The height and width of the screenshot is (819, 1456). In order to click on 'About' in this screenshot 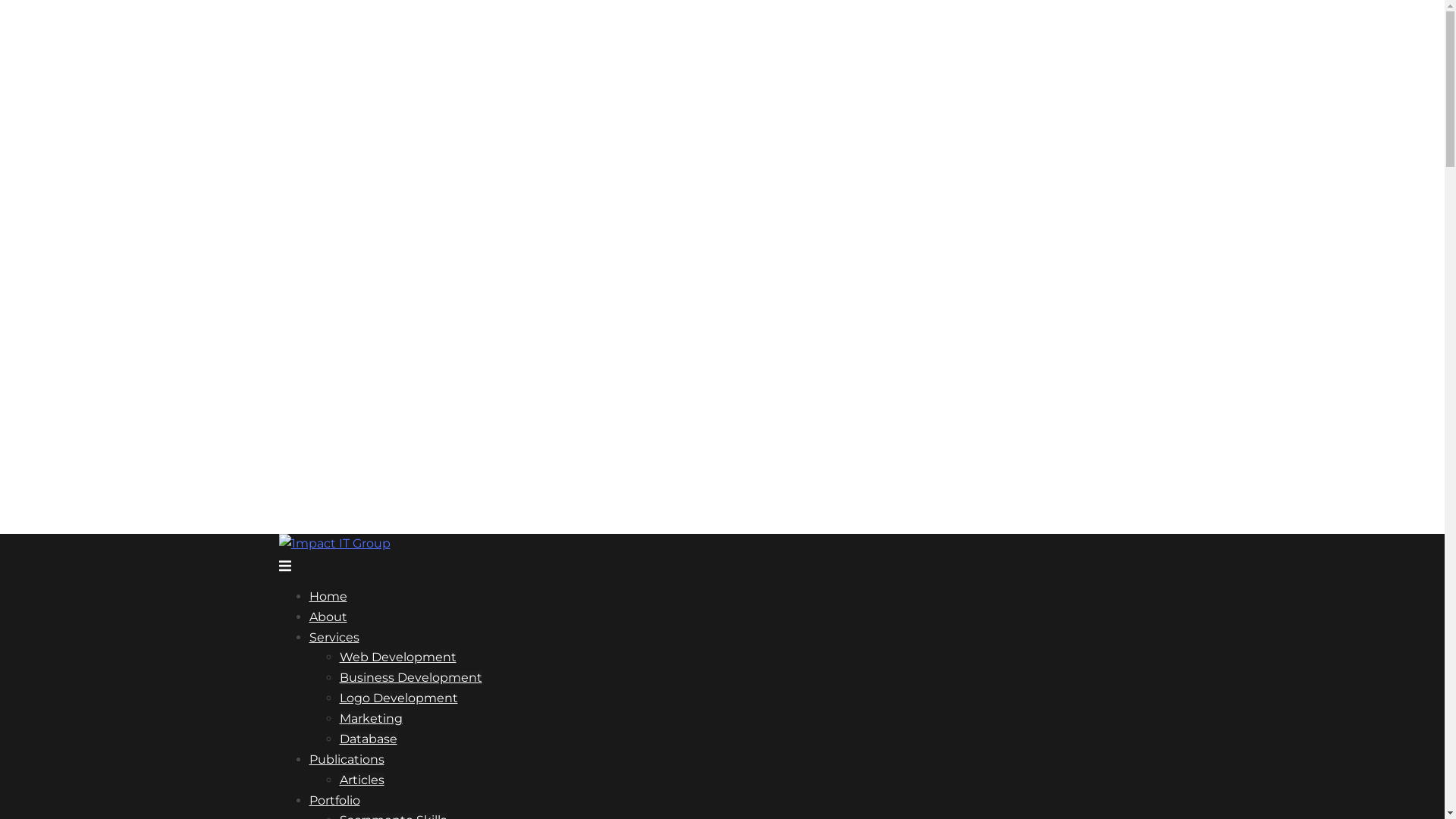, I will do `click(327, 617)`.